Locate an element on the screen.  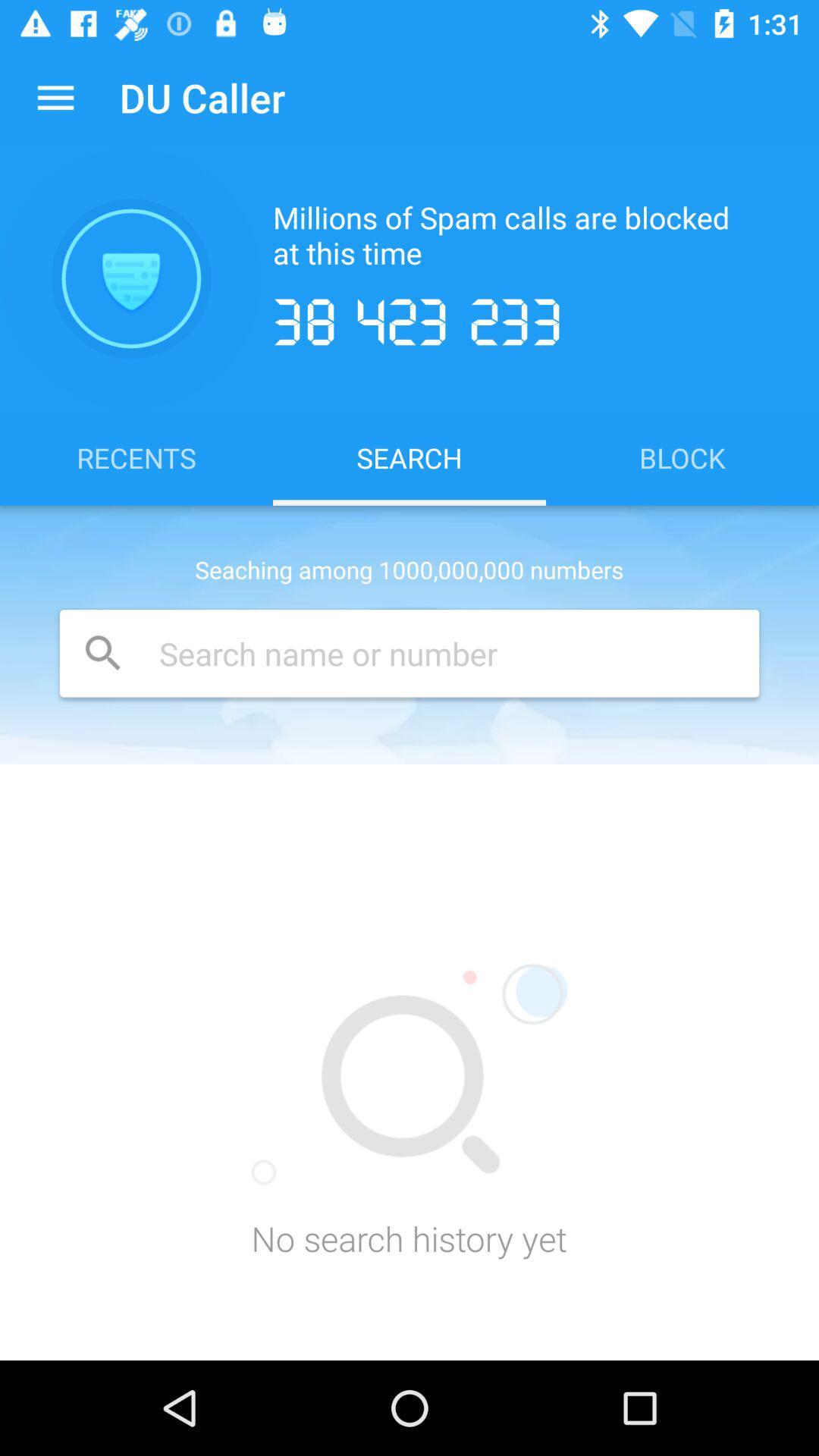
recents is located at coordinates (136, 457).